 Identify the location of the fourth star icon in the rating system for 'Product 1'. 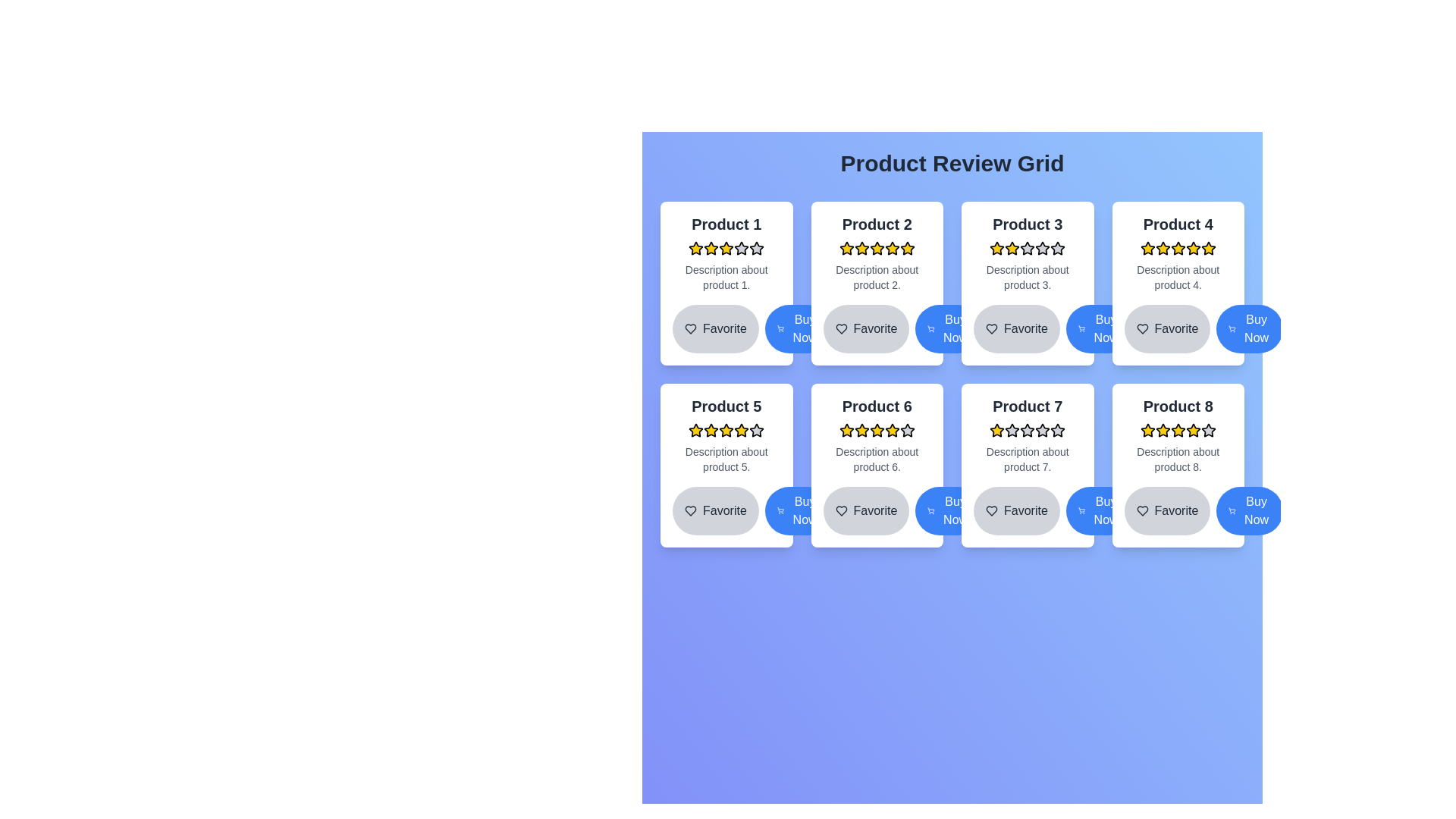
(757, 247).